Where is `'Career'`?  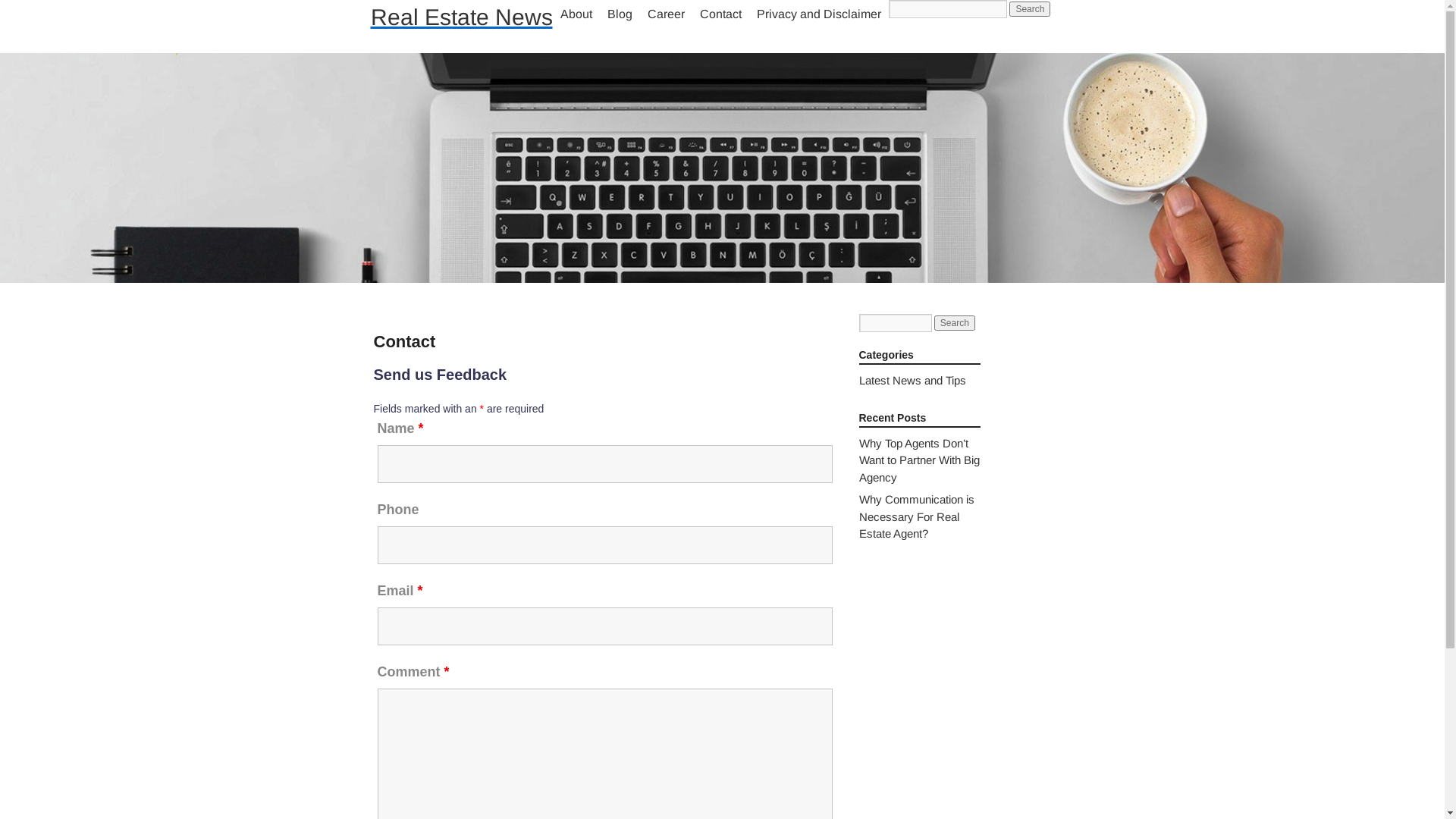 'Career' is located at coordinates (640, 14).